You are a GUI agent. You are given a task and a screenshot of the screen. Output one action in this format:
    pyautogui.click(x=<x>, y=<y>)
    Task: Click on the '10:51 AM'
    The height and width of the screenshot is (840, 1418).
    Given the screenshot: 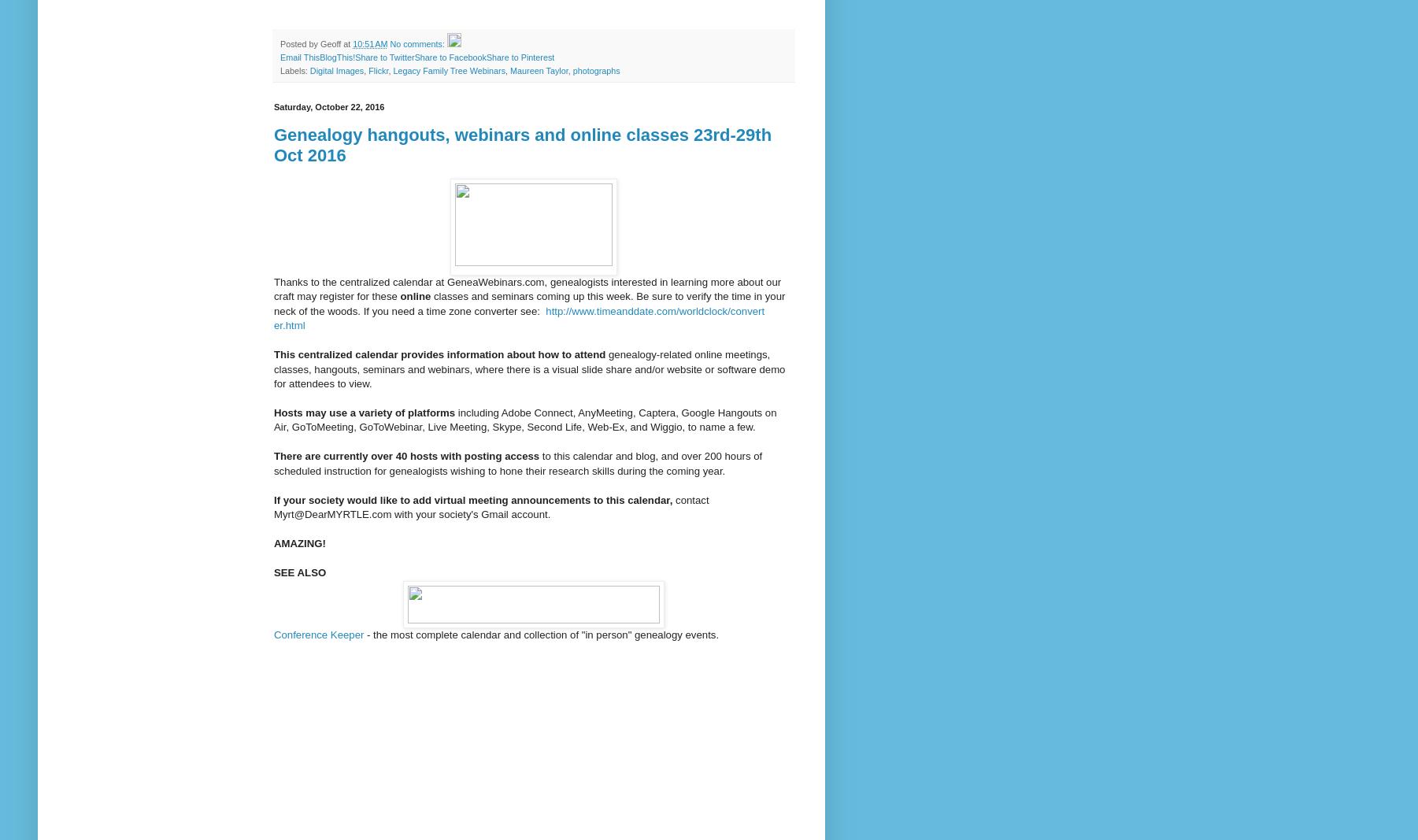 What is the action you would take?
    pyautogui.click(x=352, y=42)
    